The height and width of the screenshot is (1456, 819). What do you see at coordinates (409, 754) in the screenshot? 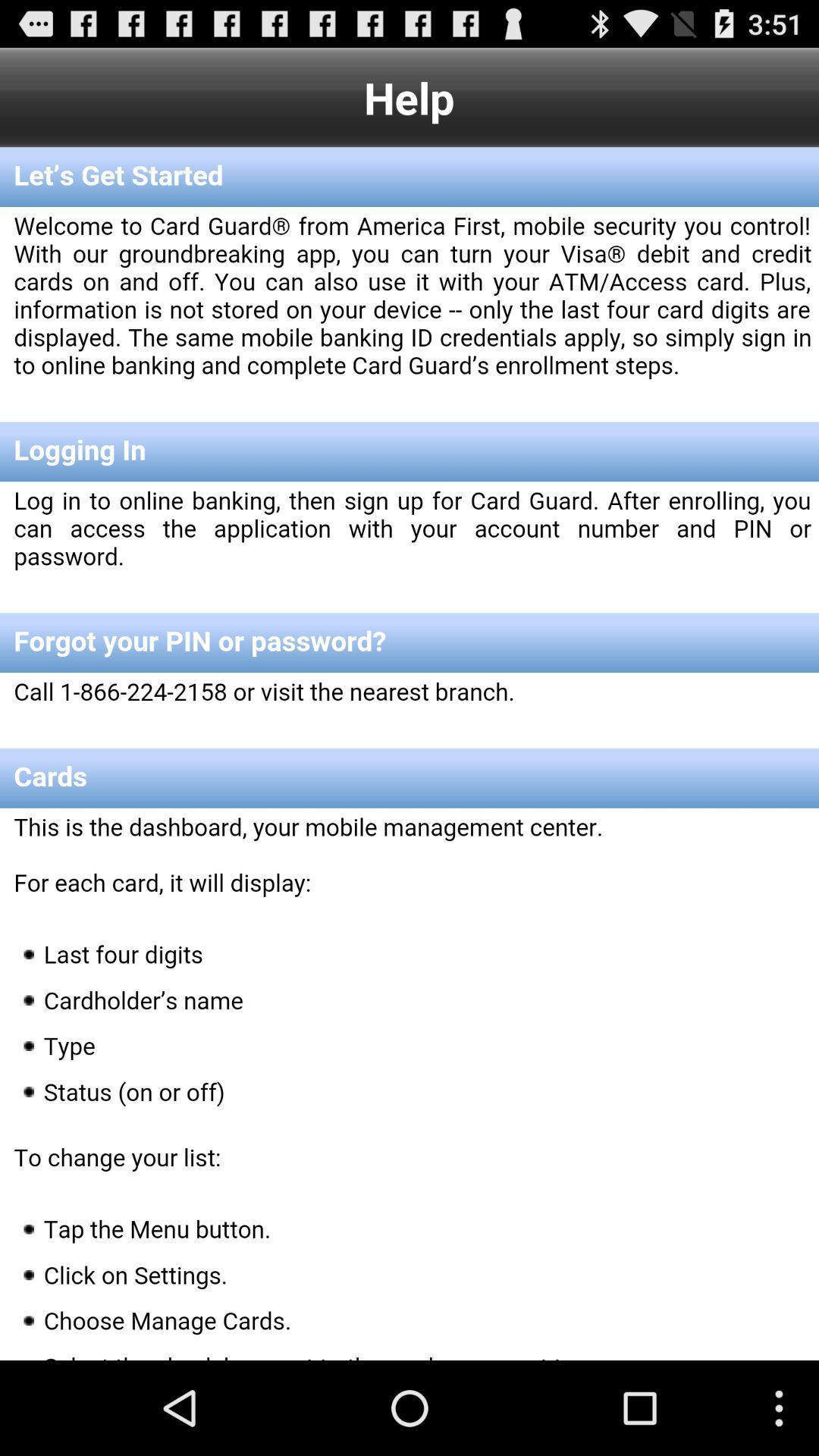
I see `help page` at bounding box center [409, 754].